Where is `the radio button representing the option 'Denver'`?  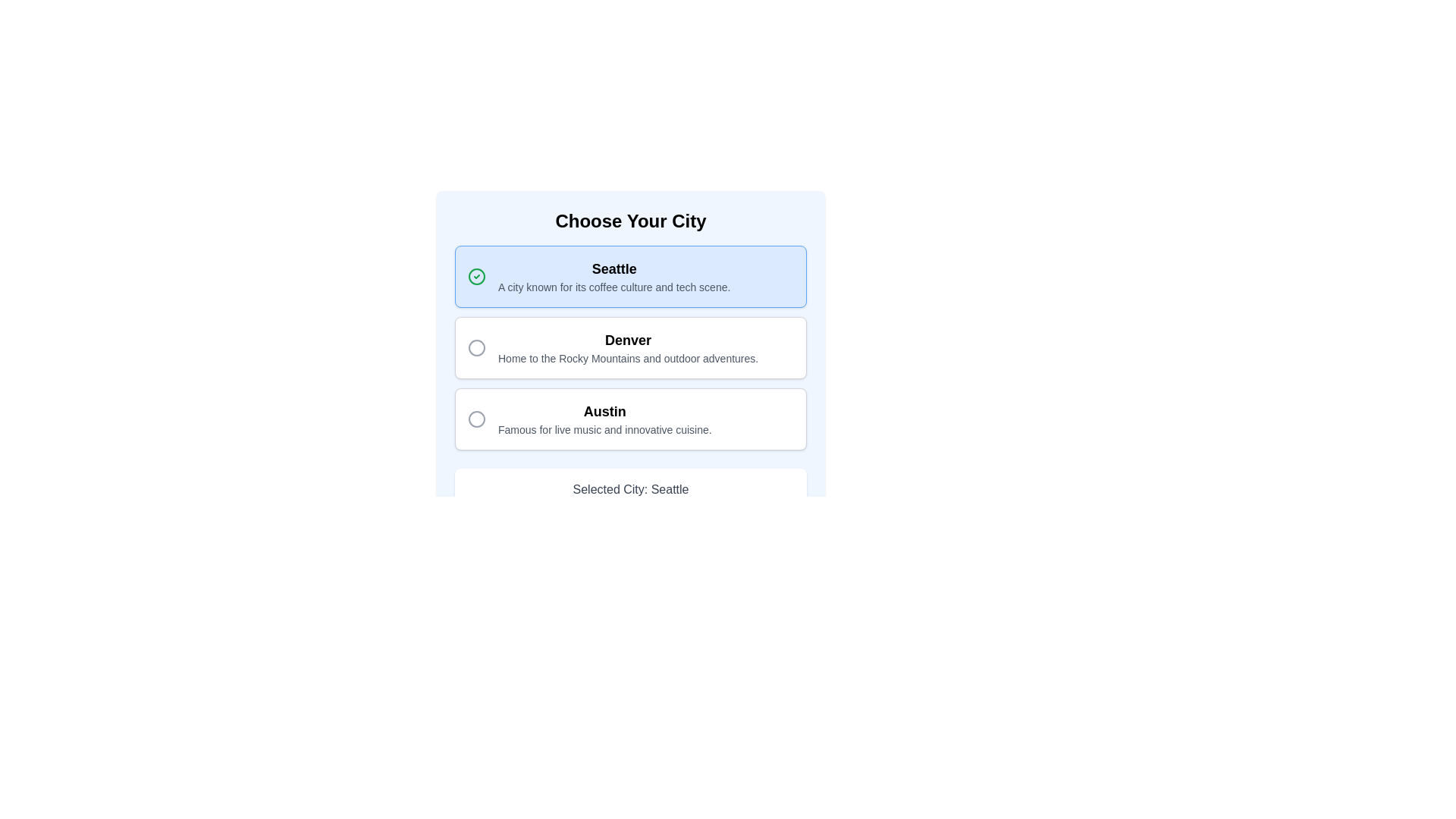 the radio button representing the option 'Denver' is located at coordinates (475, 348).